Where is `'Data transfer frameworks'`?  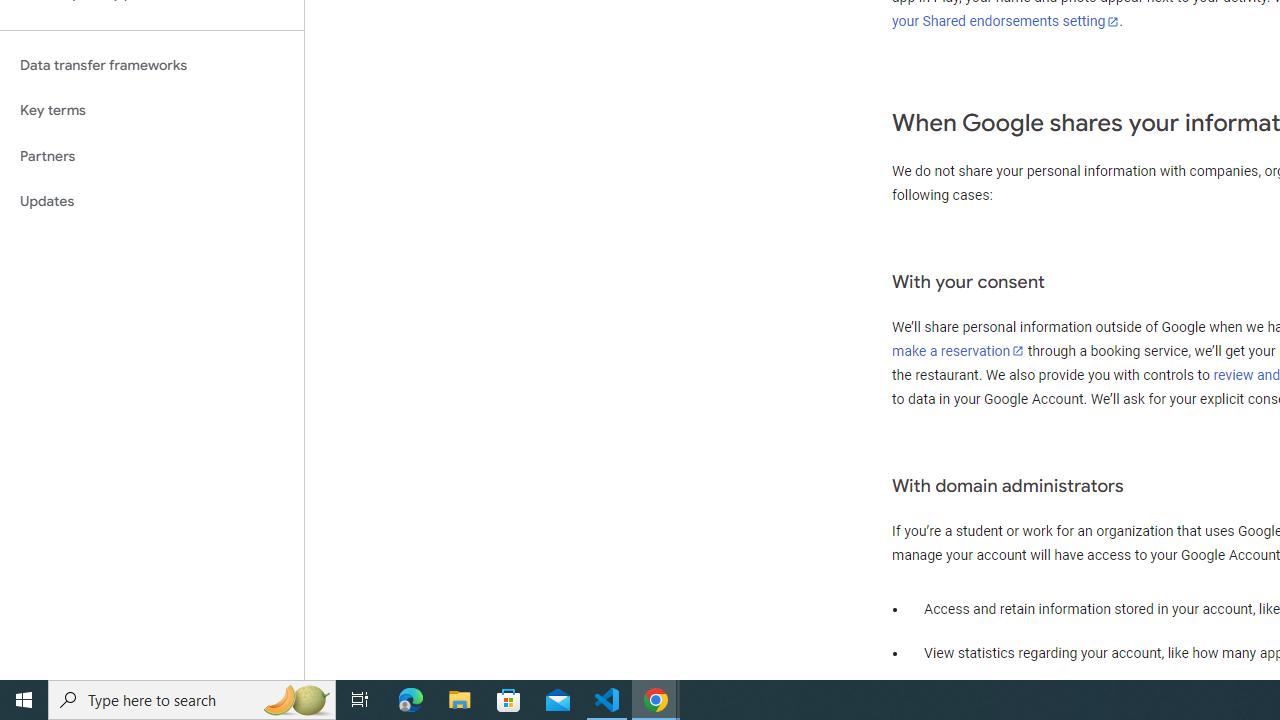 'Data transfer frameworks' is located at coordinates (151, 64).